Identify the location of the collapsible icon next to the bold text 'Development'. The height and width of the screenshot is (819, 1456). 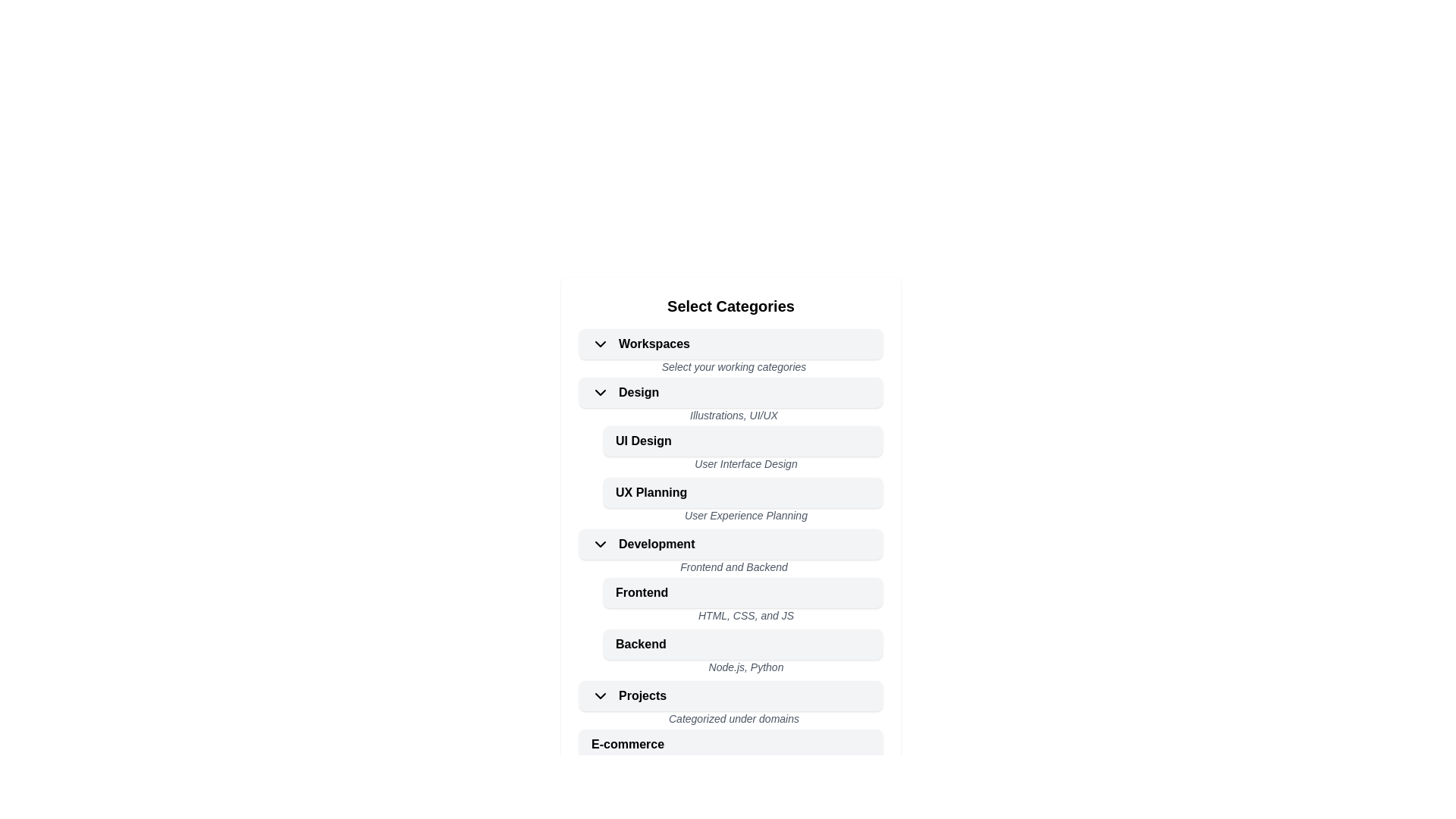
(604, 543).